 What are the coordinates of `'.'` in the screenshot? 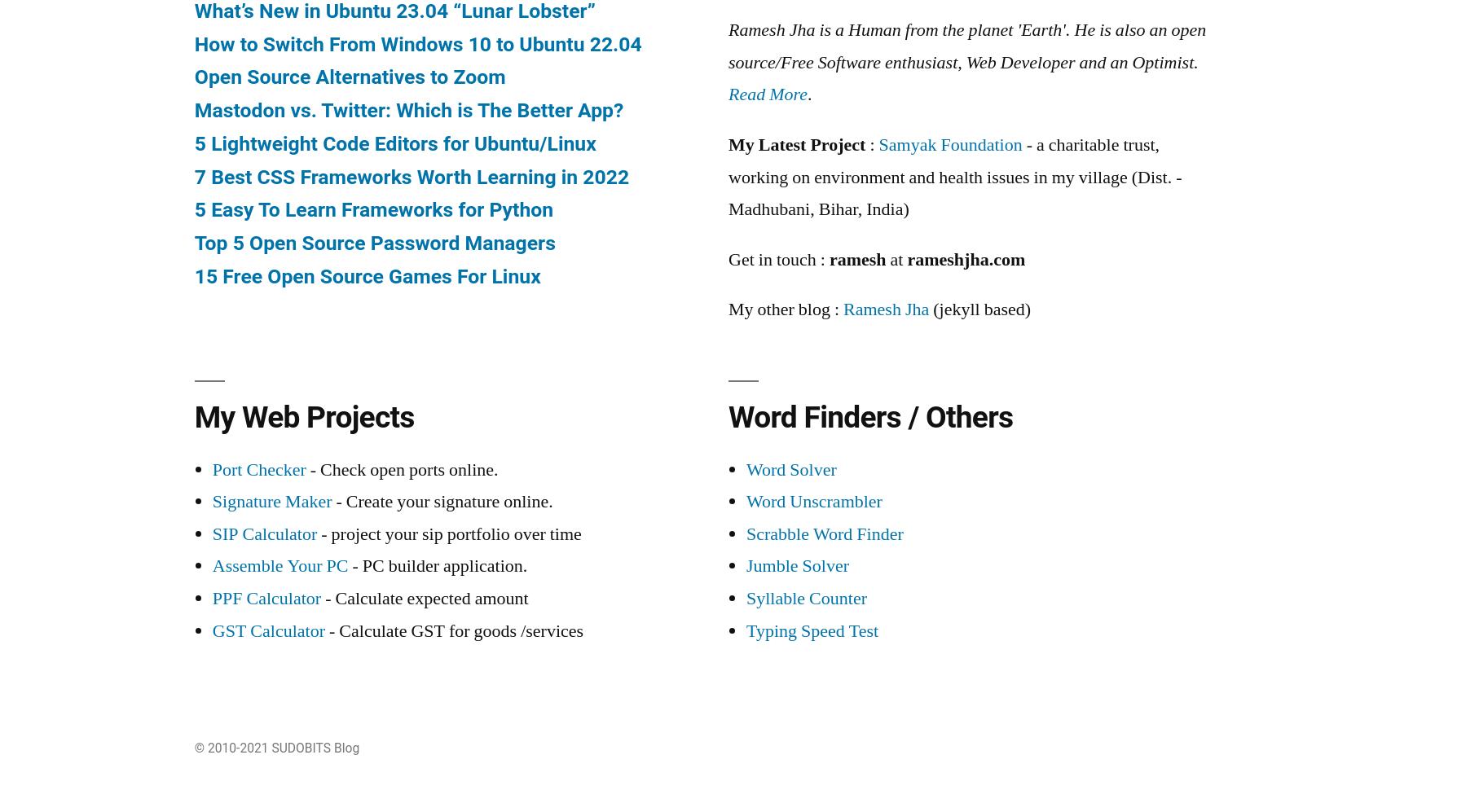 It's located at (809, 94).